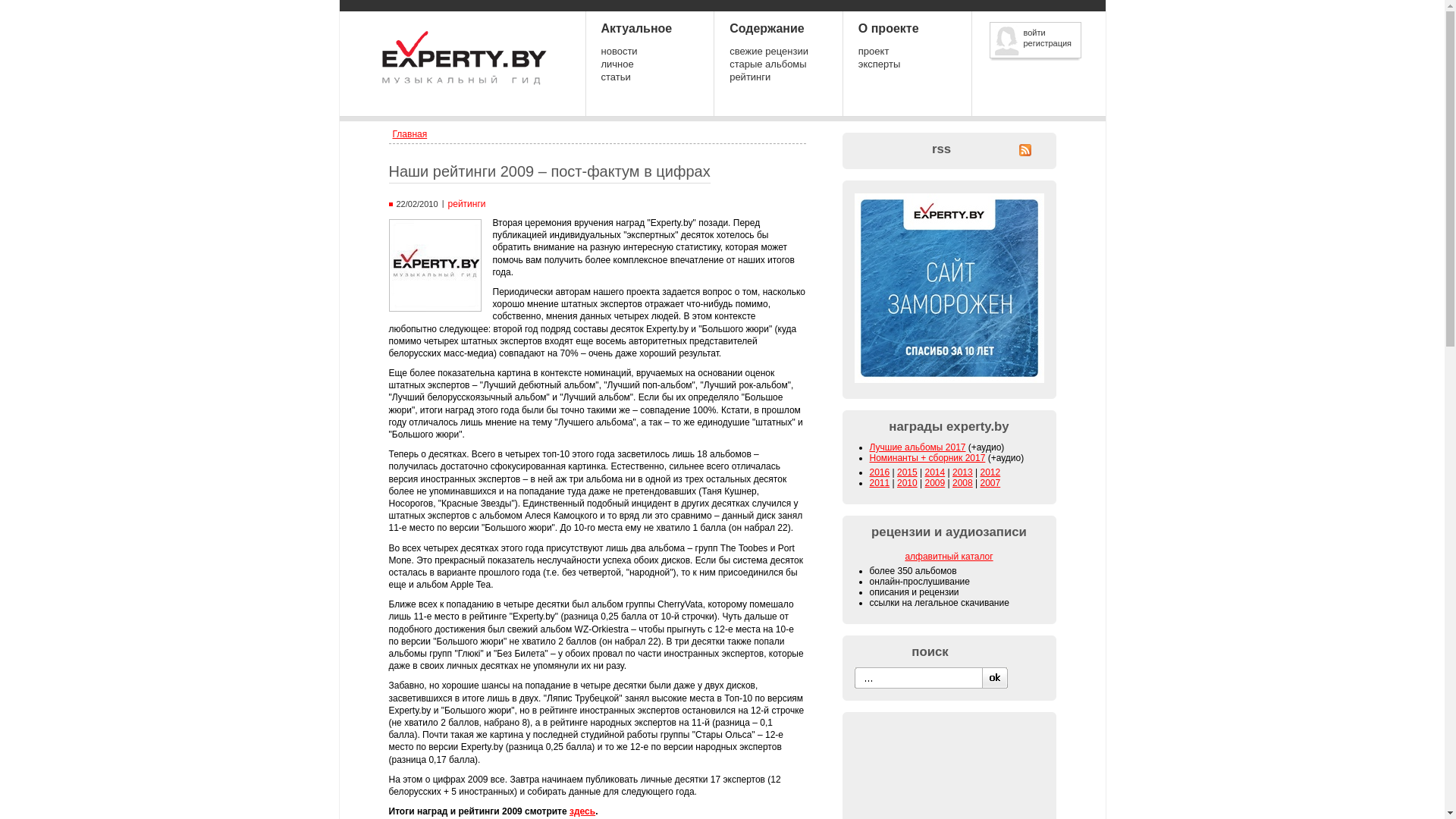 The height and width of the screenshot is (819, 1456). I want to click on '2010', so click(907, 482).